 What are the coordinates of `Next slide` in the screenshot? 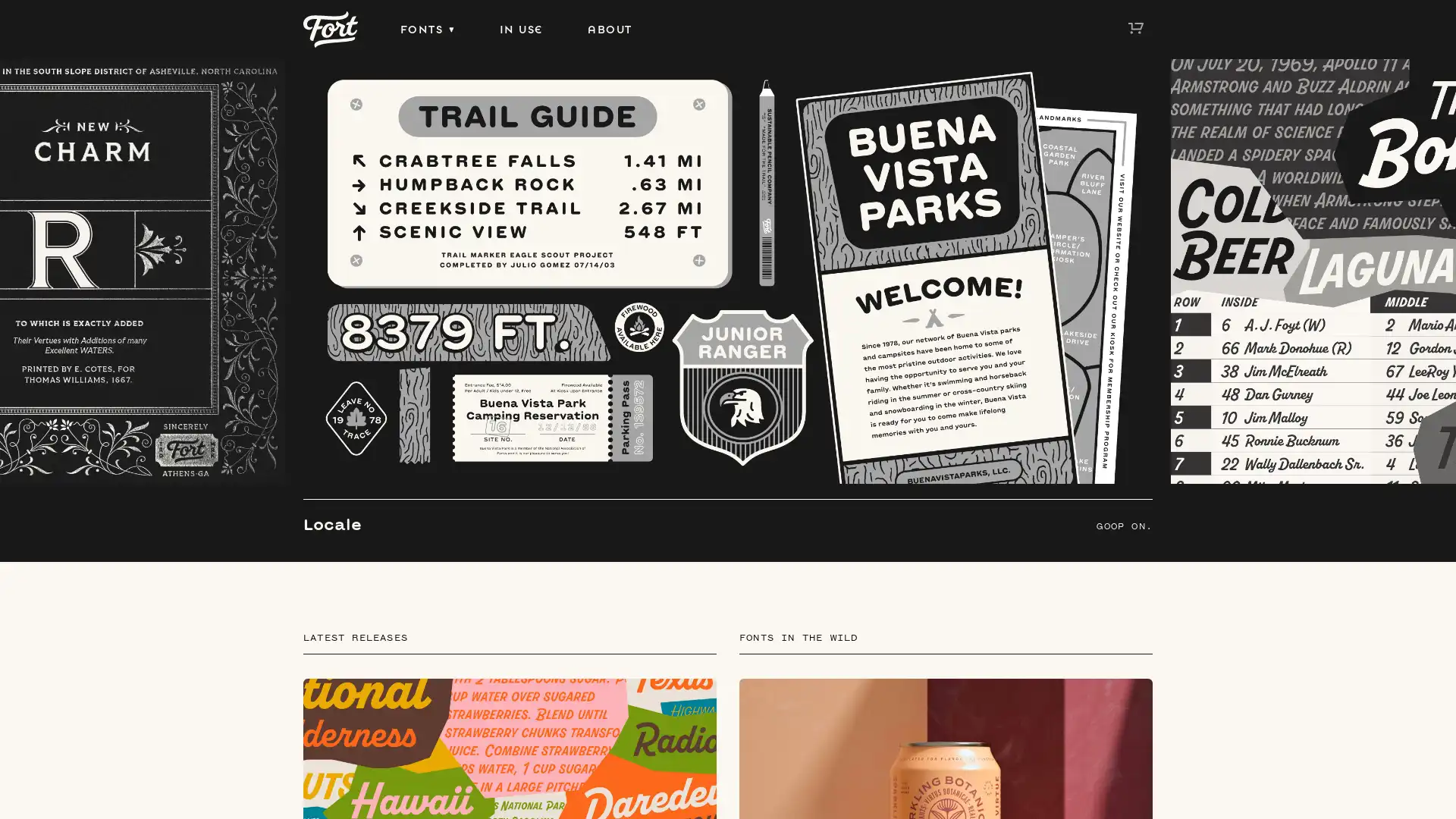 It's located at (1429, 411).